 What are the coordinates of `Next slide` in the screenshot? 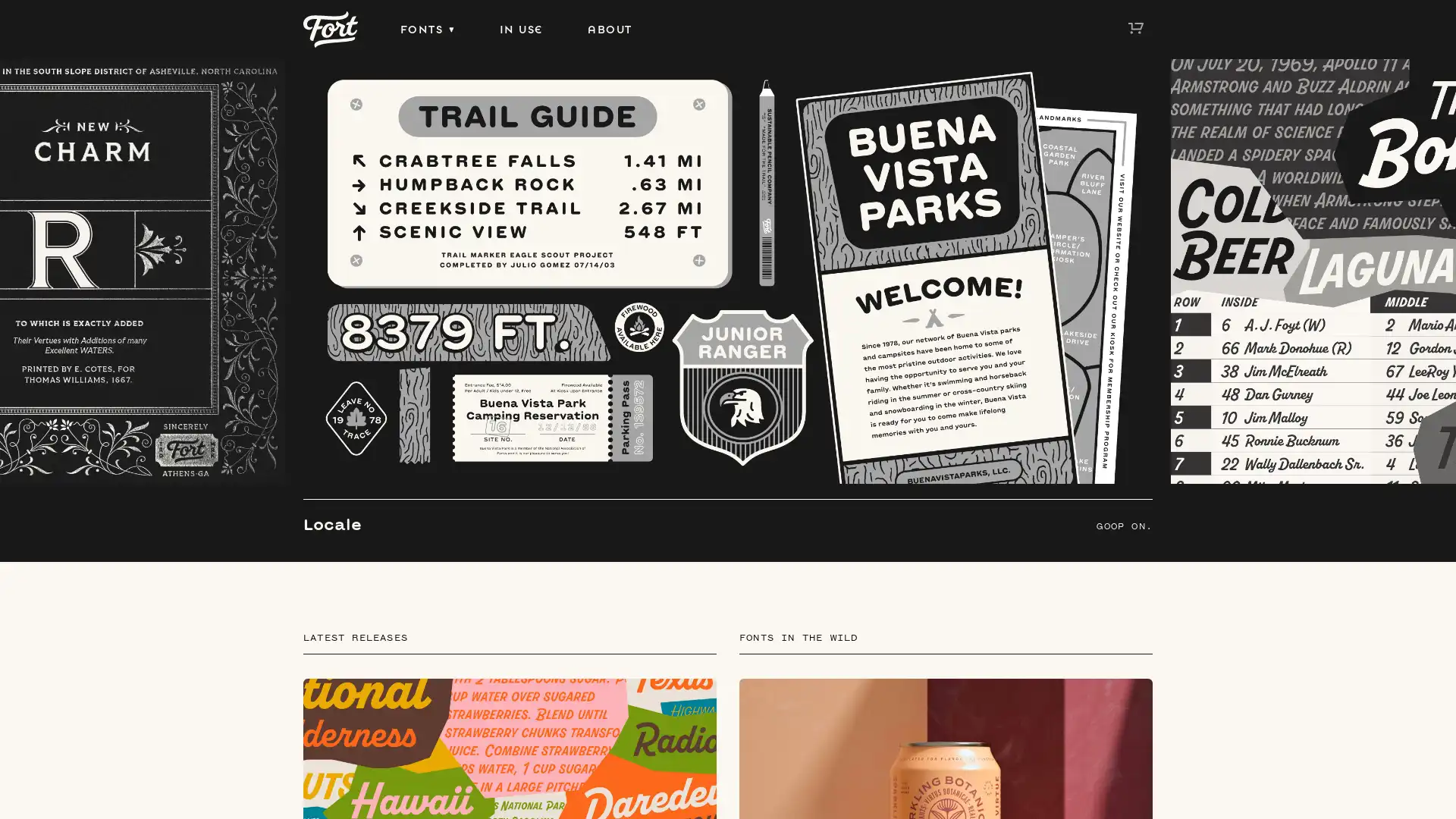 It's located at (1429, 411).